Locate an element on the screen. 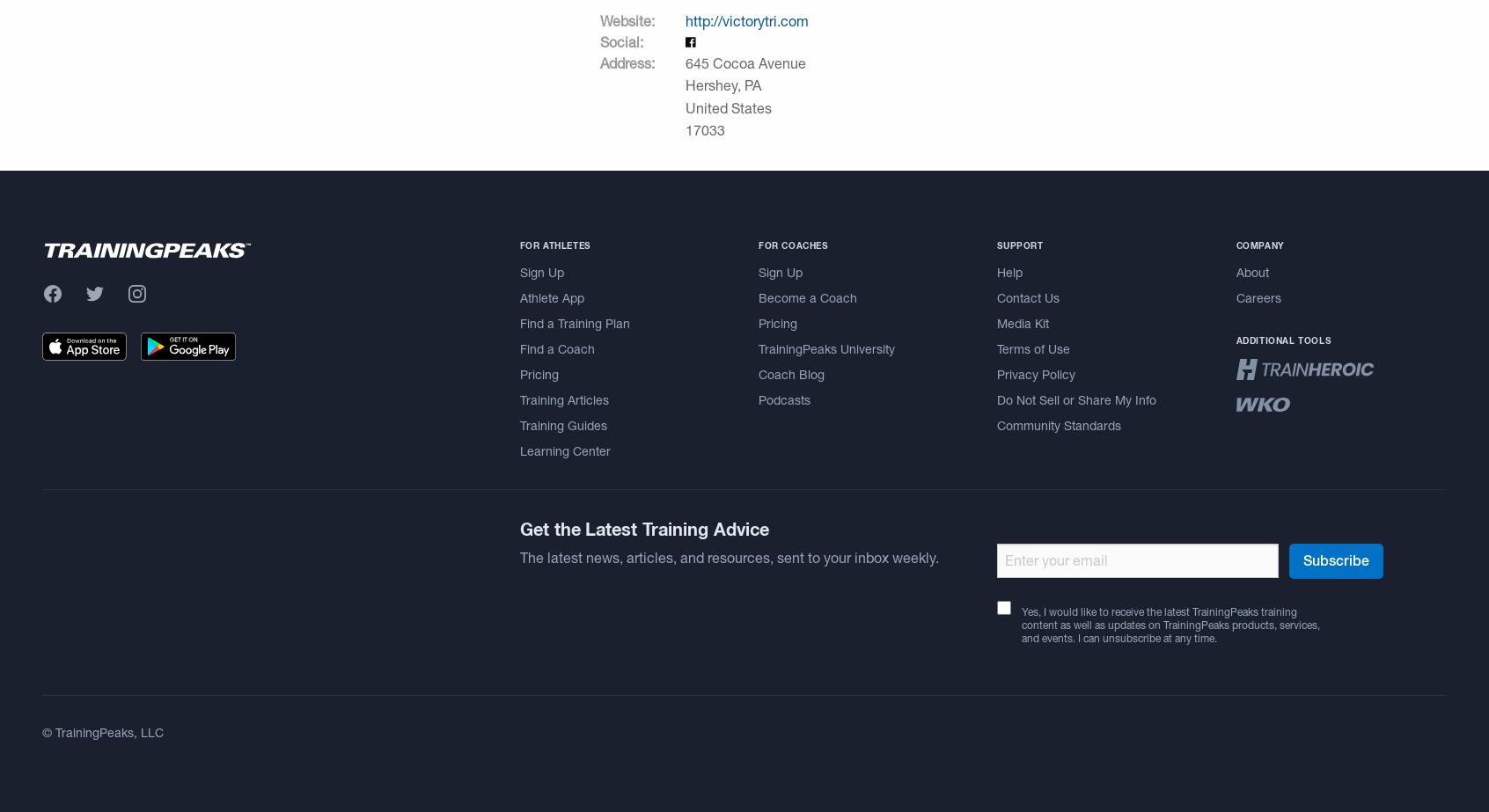 The width and height of the screenshot is (1489, 812). 'Hershey' is located at coordinates (710, 85).